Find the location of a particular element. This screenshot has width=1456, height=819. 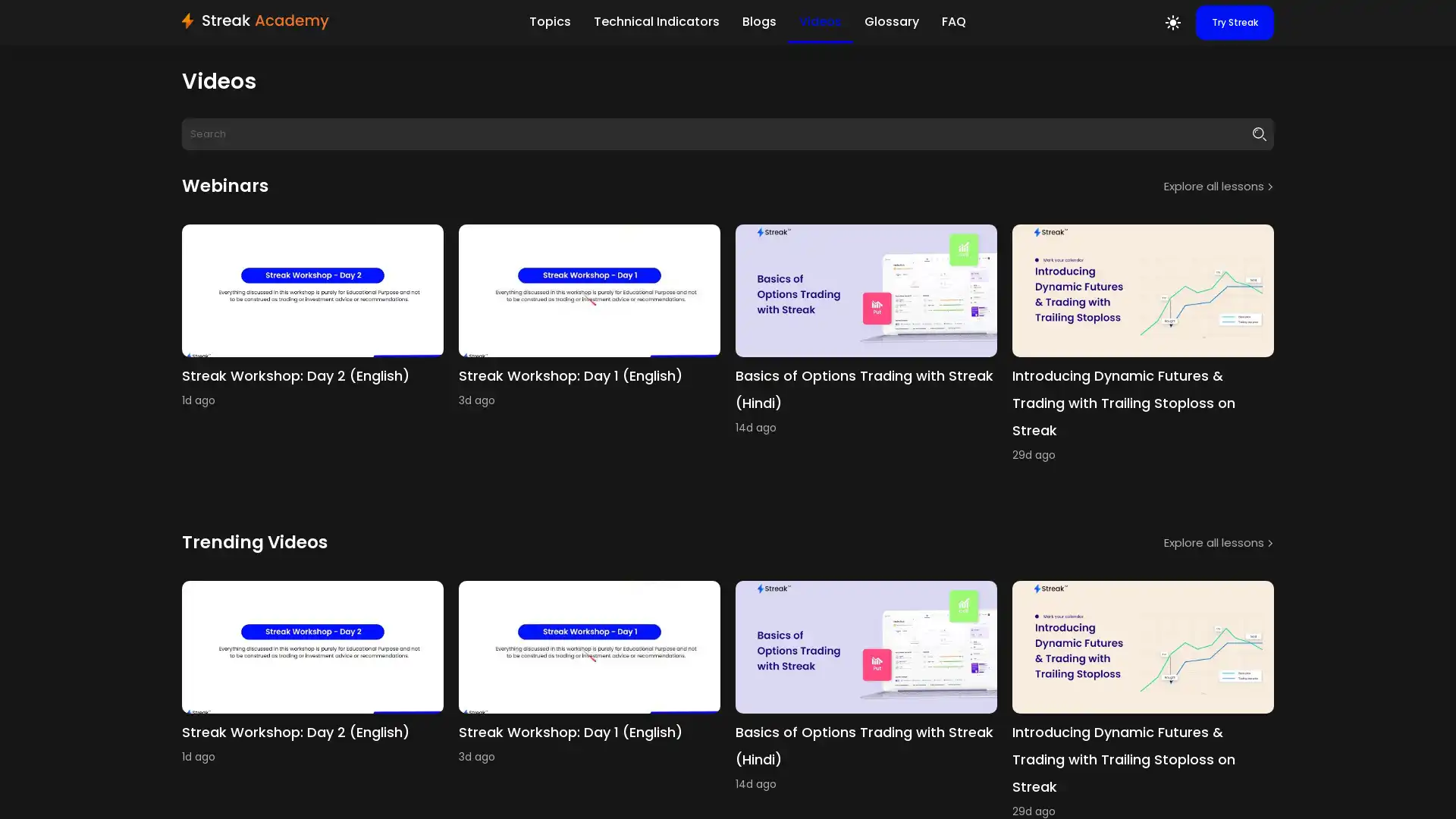

Blogs is located at coordinates (758, 20).